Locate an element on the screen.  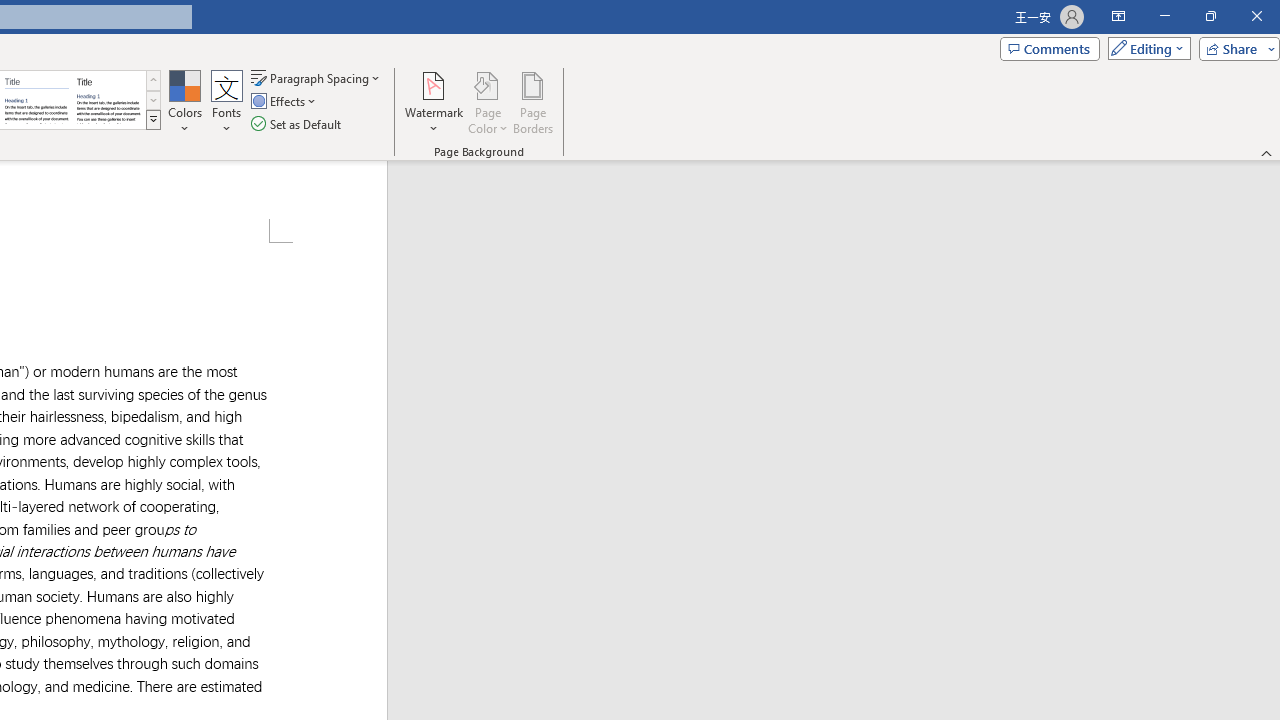
'Paragraph Spacing' is located at coordinates (316, 77).